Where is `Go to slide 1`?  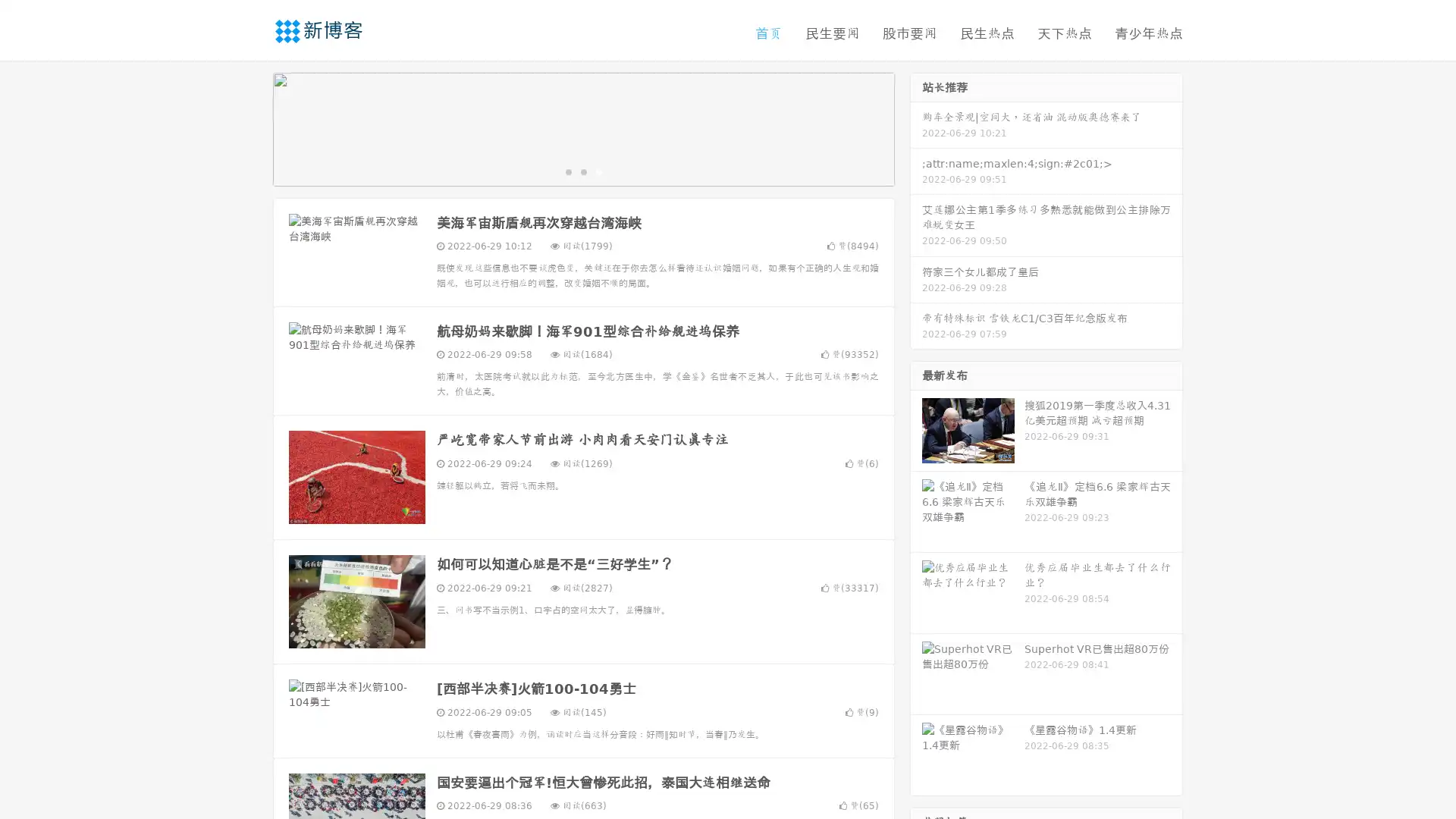
Go to slide 1 is located at coordinates (567, 171).